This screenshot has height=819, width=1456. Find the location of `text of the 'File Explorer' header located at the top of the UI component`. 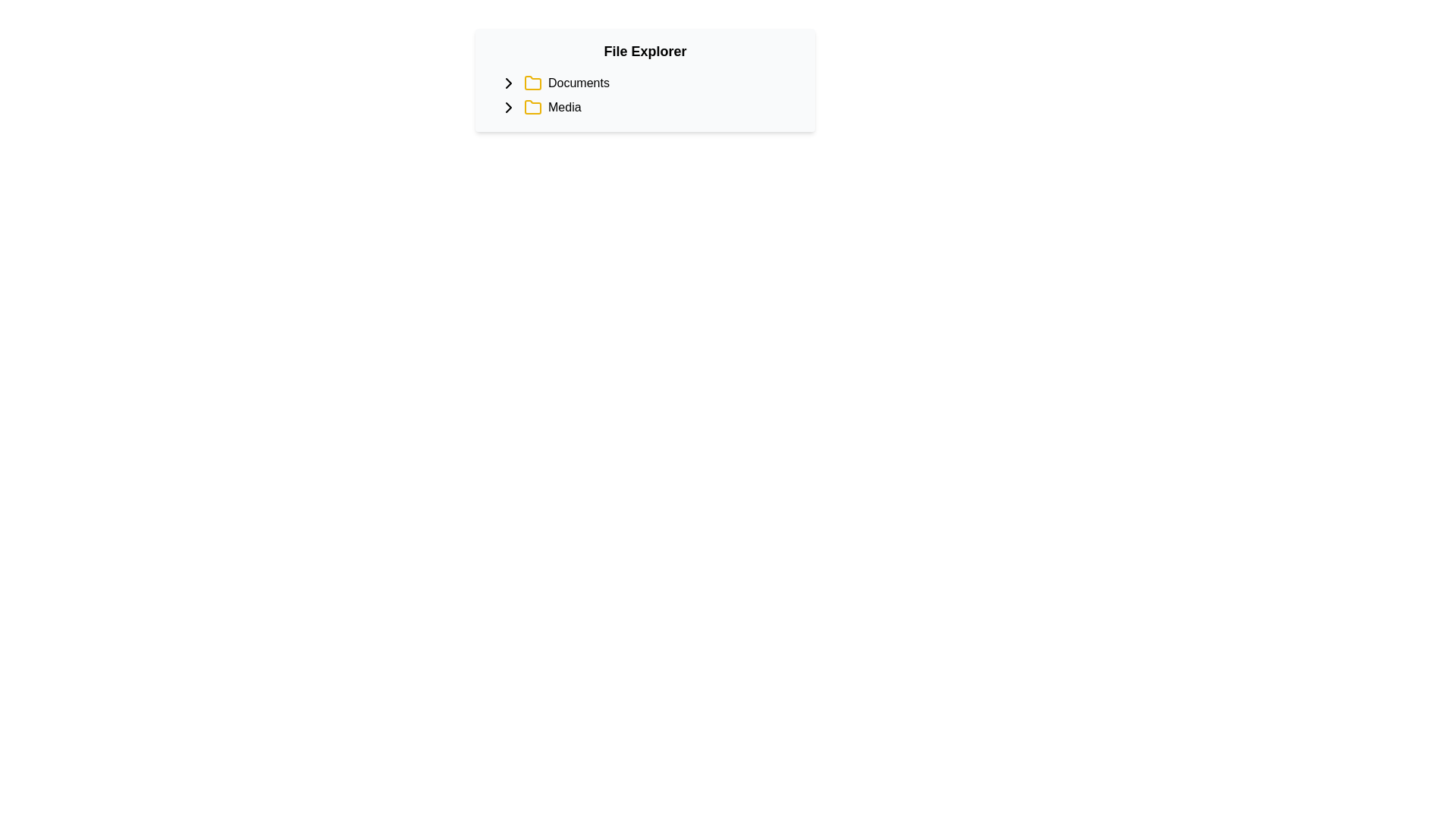

text of the 'File Explorer' header located at the top of the UI component is located at coordinates (645, 51).